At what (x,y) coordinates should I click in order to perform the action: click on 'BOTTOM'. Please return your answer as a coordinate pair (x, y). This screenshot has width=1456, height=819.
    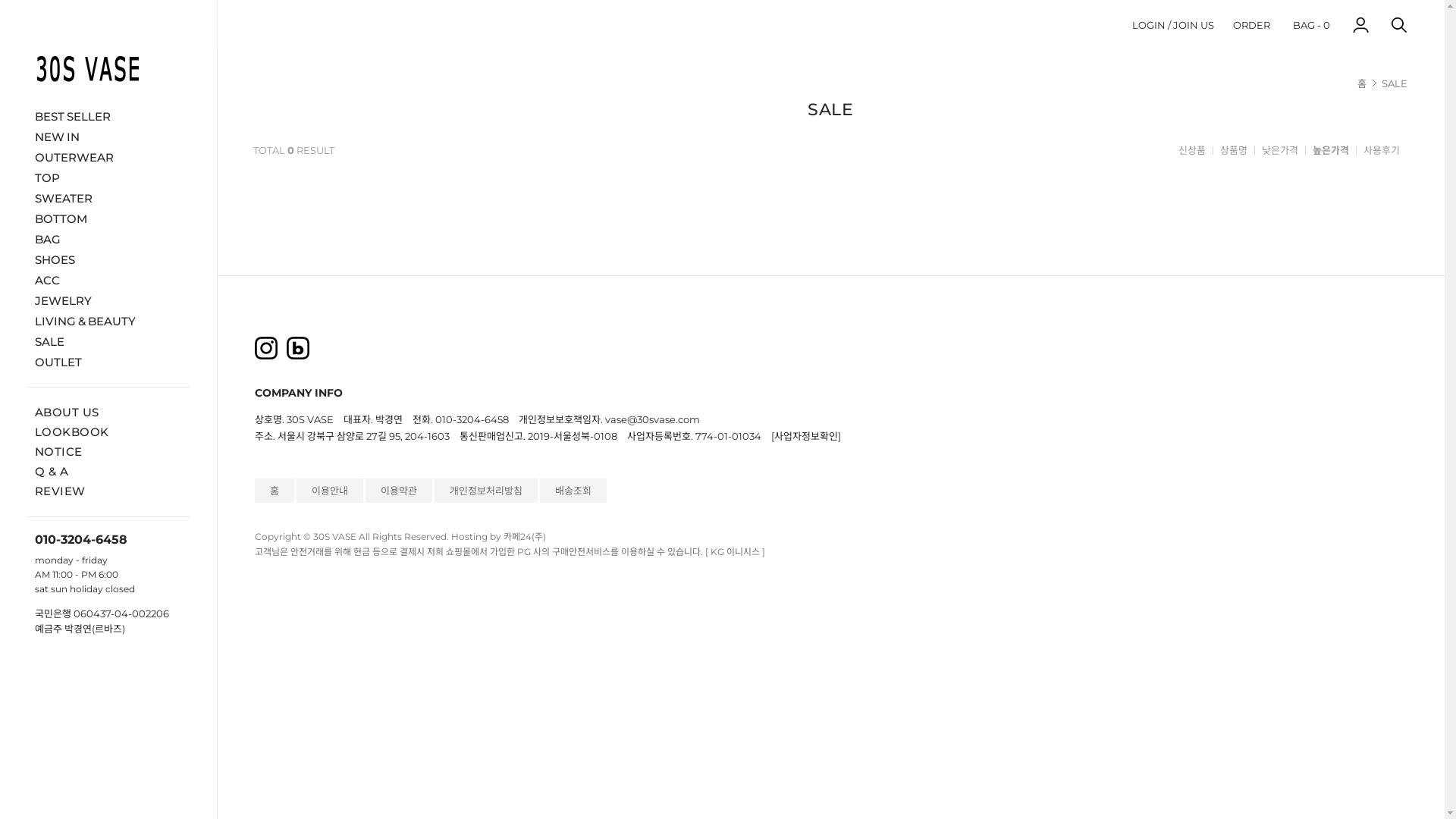
    Looking at the image, I should click on (108, 218).